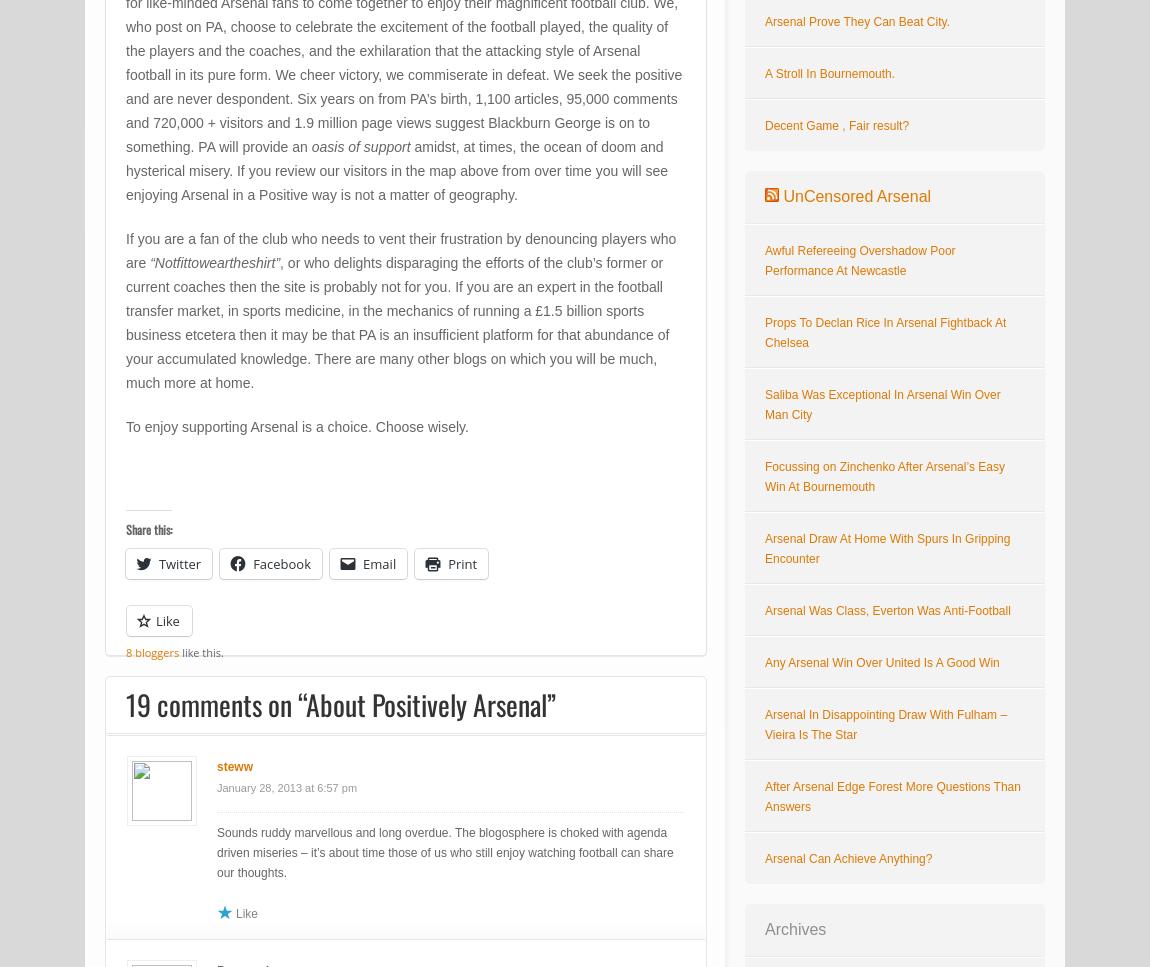  Describe the element at coordinates (855, 195) in the screenshot. I see `'UnCensored Arsenal'` at that location.